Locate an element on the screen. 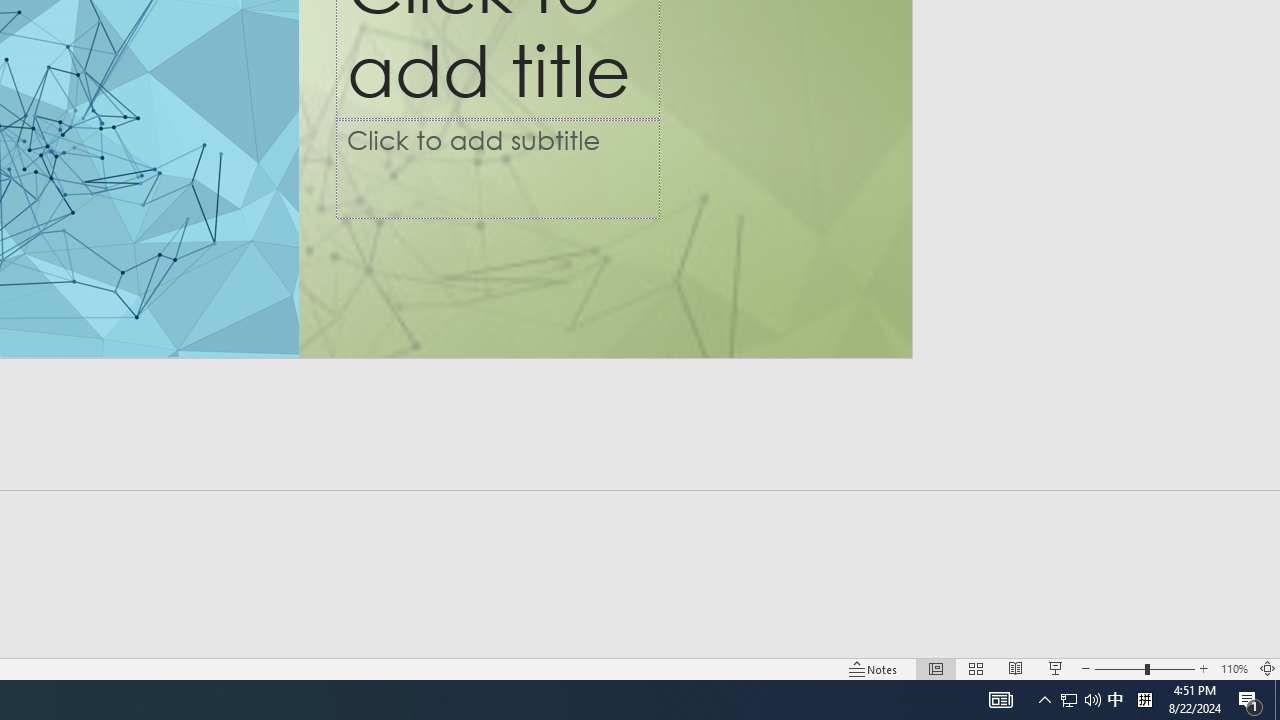  'Normal' is located at coordinates (935, 669).